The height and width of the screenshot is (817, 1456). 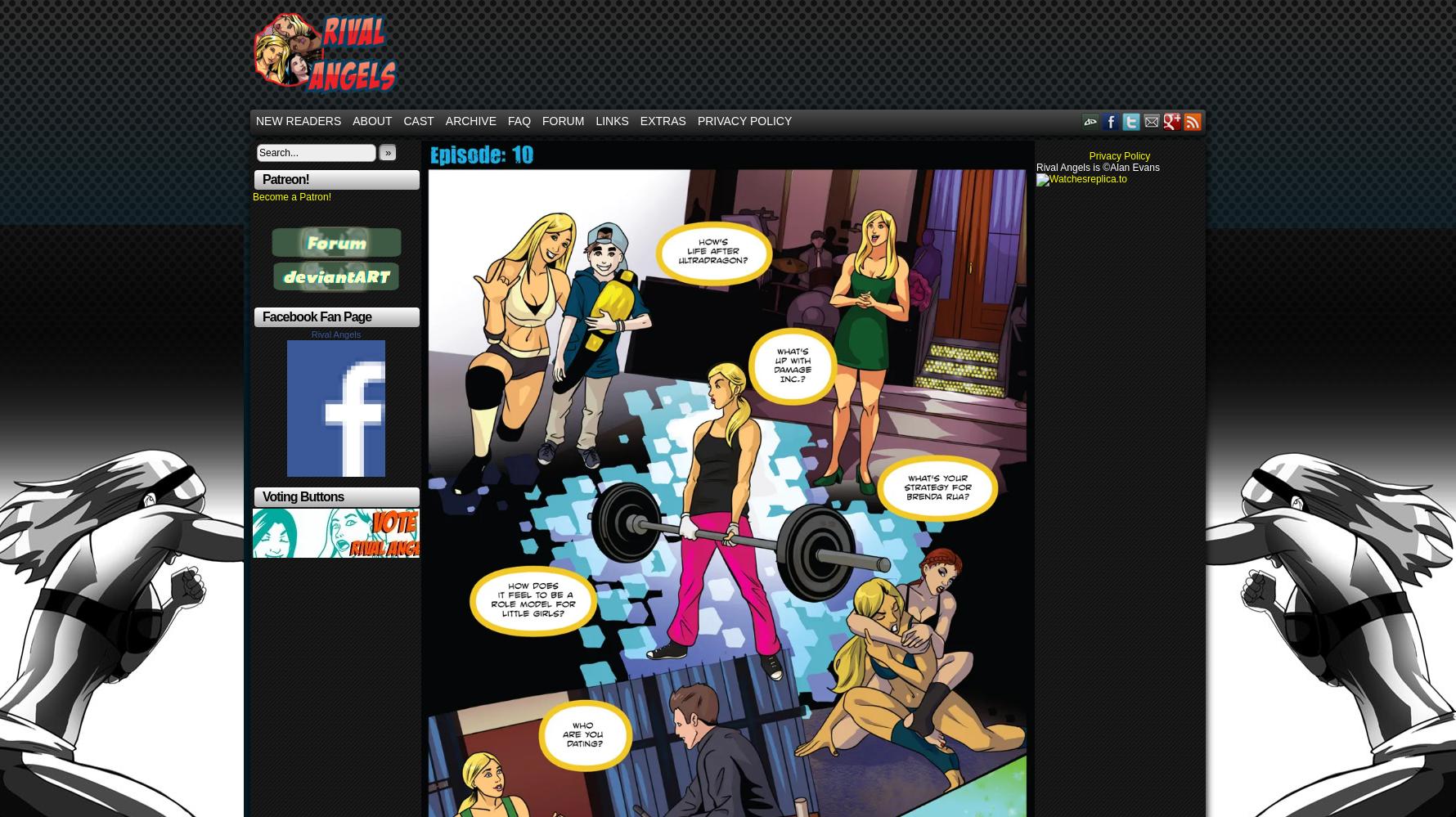 I want to click on 'FORUM', so click(x=562, y=120).